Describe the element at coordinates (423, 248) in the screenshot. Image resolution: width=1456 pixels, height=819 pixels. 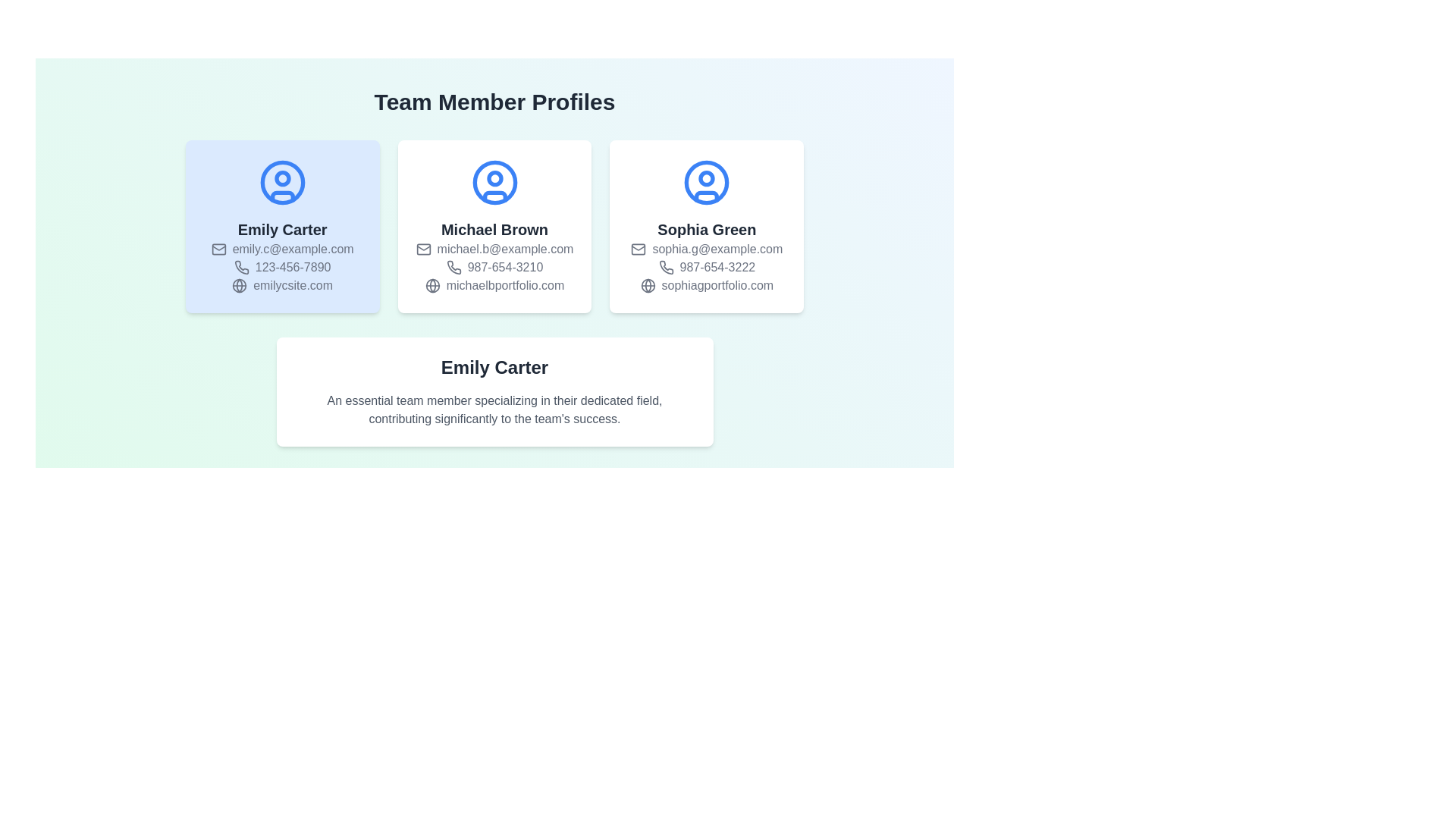
I see `the mail icon styled with a line drawing of an envelope, located to the left of the email address 'michael.b@example.com' within the second profile card for 'Michael Brown'` at that location.